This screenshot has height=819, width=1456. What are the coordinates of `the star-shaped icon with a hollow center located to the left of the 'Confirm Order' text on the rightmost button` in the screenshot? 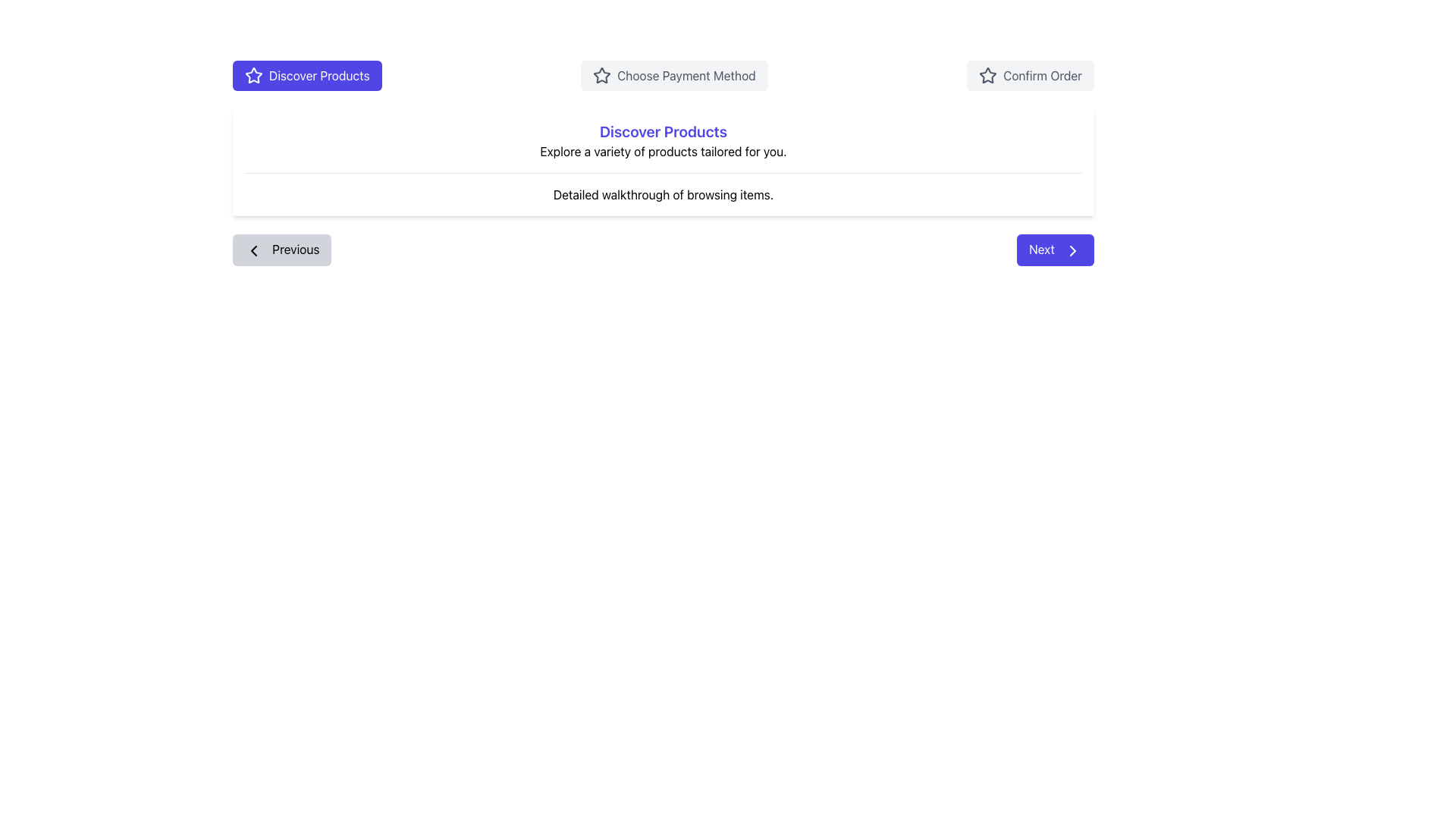 It's located at (988, 76).